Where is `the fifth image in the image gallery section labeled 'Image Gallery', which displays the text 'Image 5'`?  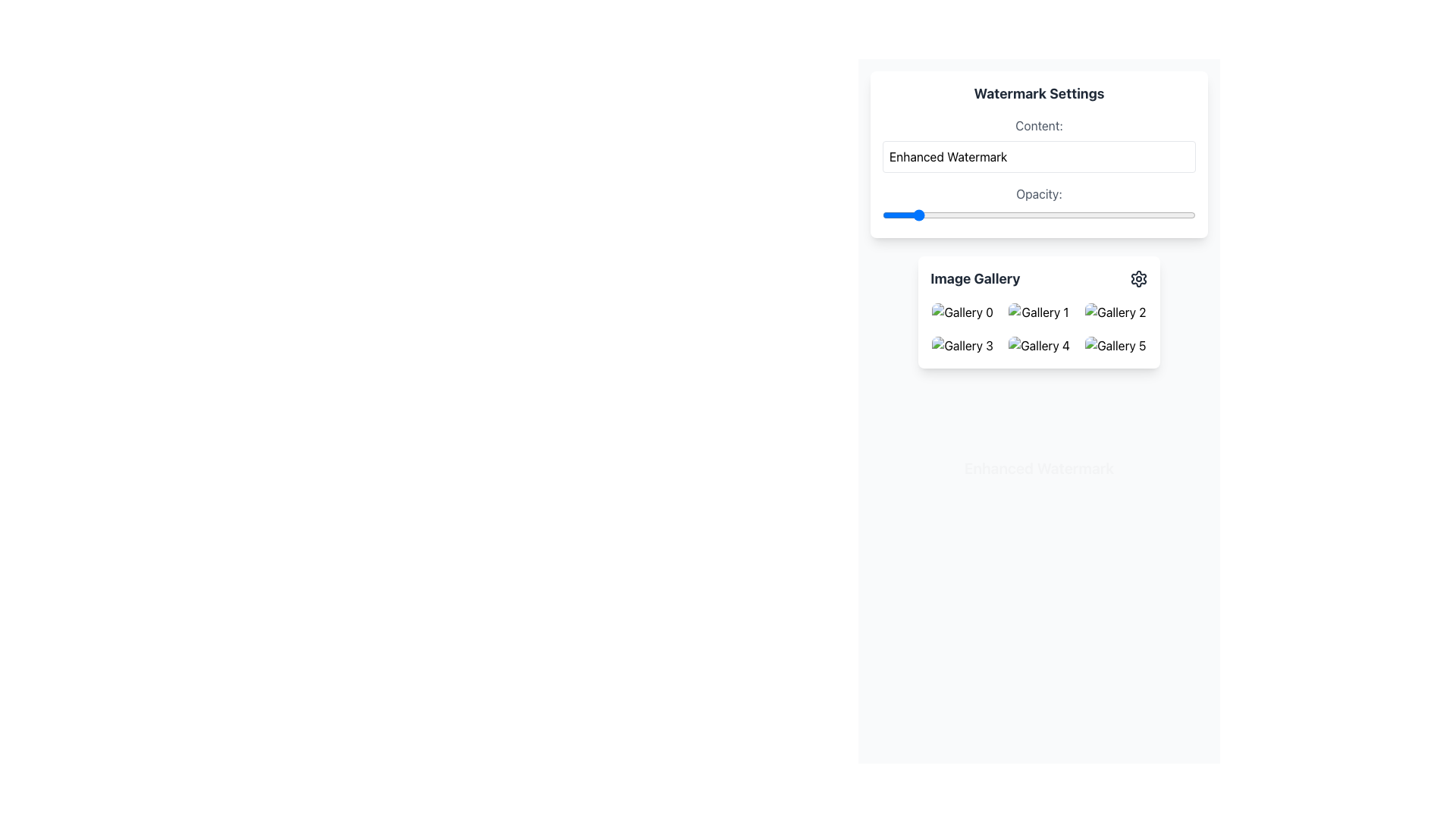
the fifth image in the image gallery section labeled 'Image Gallery', which displays the text 'Image 5' is located at coordinates (1038, 345).